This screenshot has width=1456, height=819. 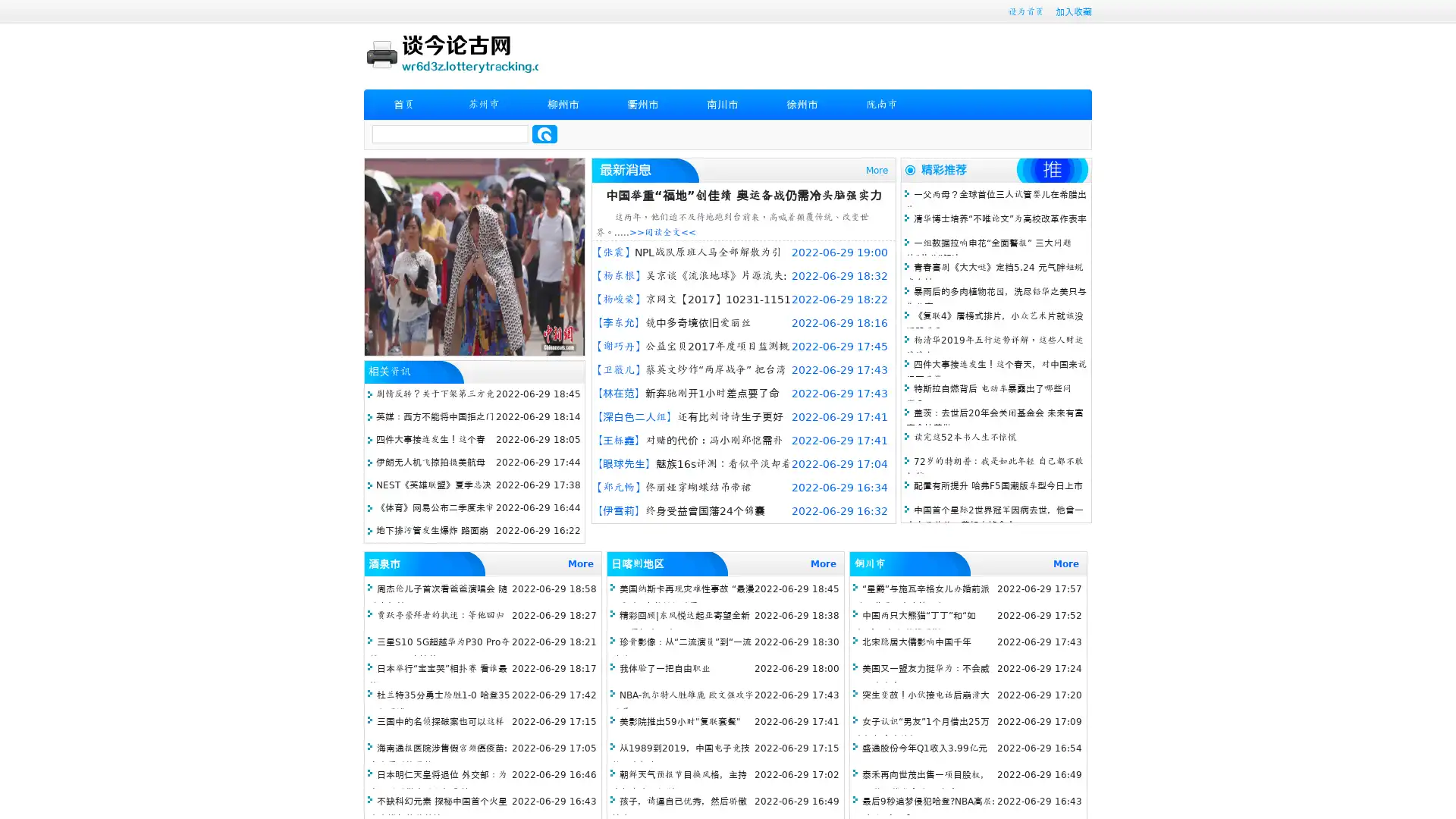 What do you see at coordinates (544, 133) in the screenshot?
I see `Search` at bounding box center [544, 133].